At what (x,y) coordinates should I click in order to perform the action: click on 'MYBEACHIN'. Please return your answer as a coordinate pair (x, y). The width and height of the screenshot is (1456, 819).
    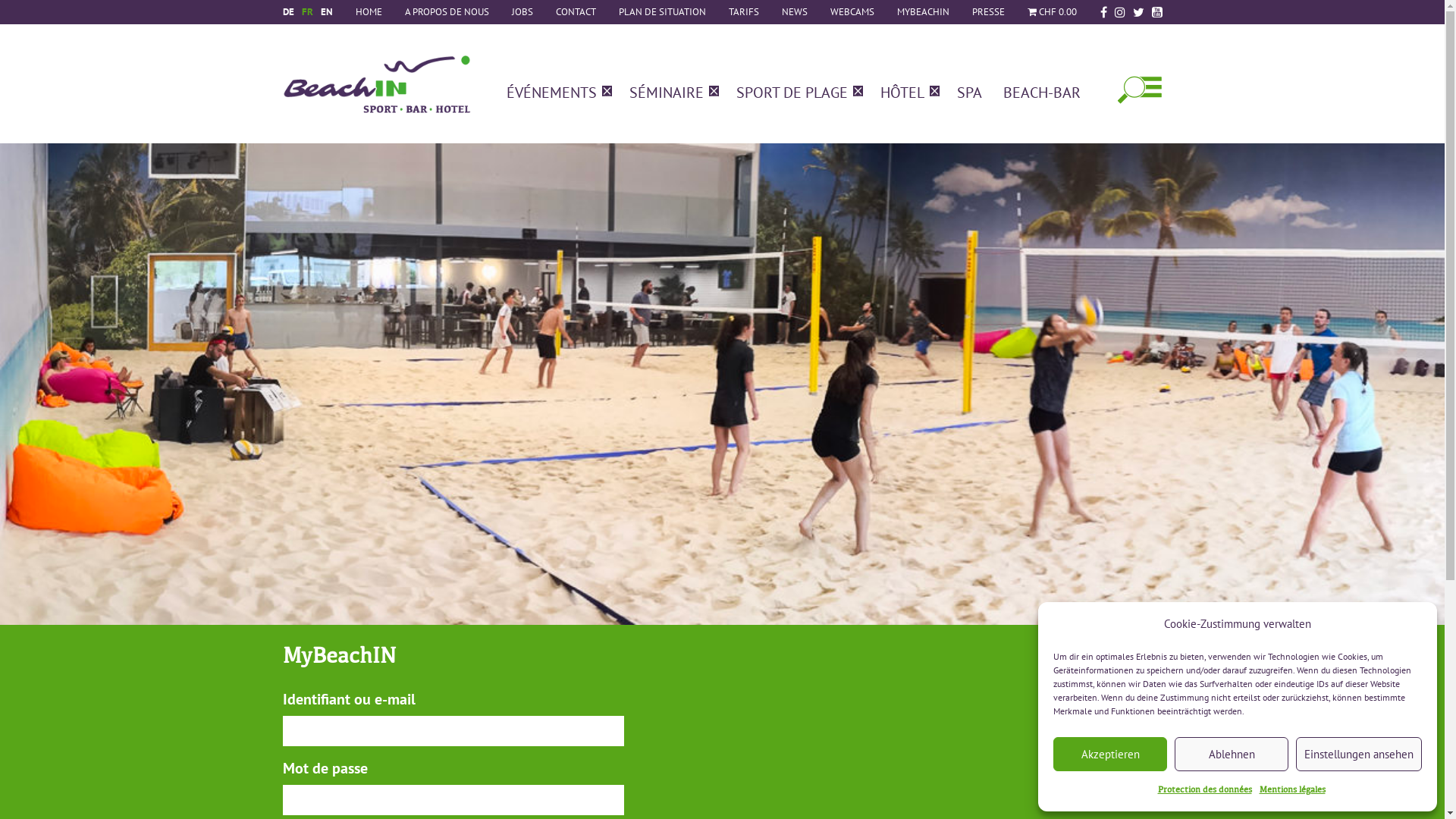
    Looking at the image, I should click on (922, 11).